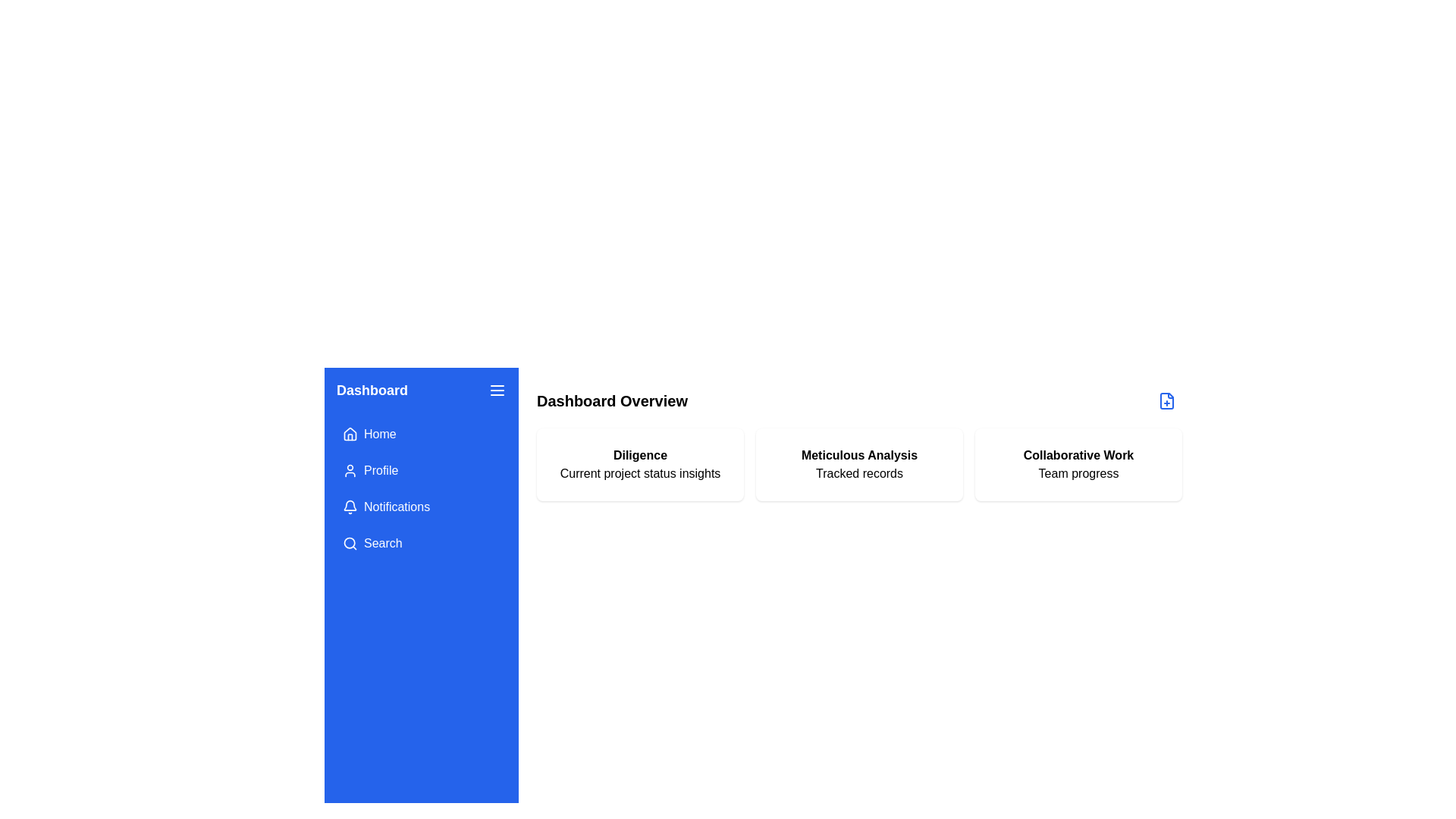 Image resolution: width=1456 pixels, height=819 pixels. What do you see at coordinates (1166, 400) in the screenshot?
I see `the button with a blue document icon and a plus sign, located to the right of the 'Dashboard Overview' header to trigger the hover effect` at bounding box center [1166, 400].